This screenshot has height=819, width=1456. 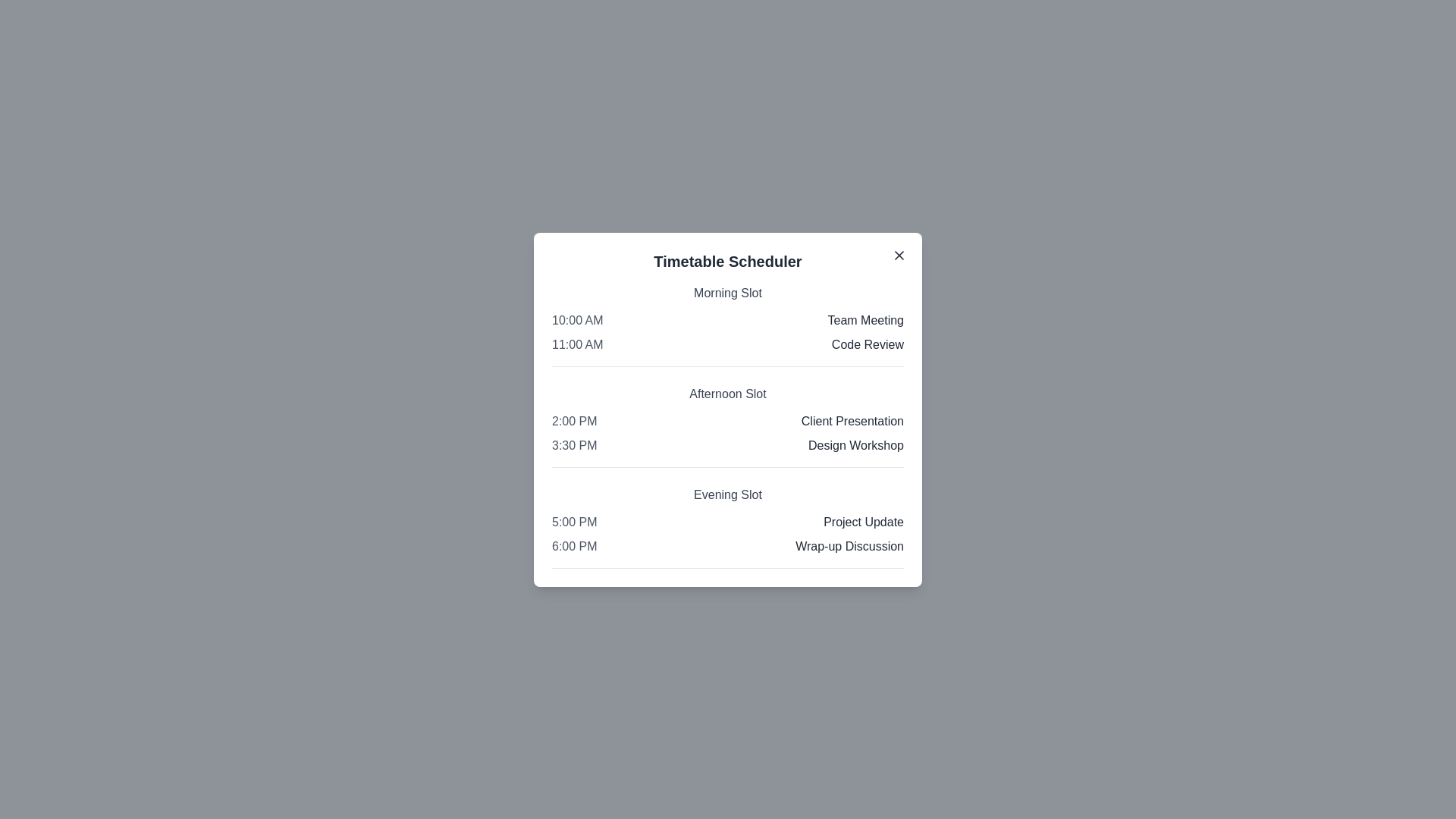 I want to click on the event time 5:00 PM to select it, so click(x=573, y=521).